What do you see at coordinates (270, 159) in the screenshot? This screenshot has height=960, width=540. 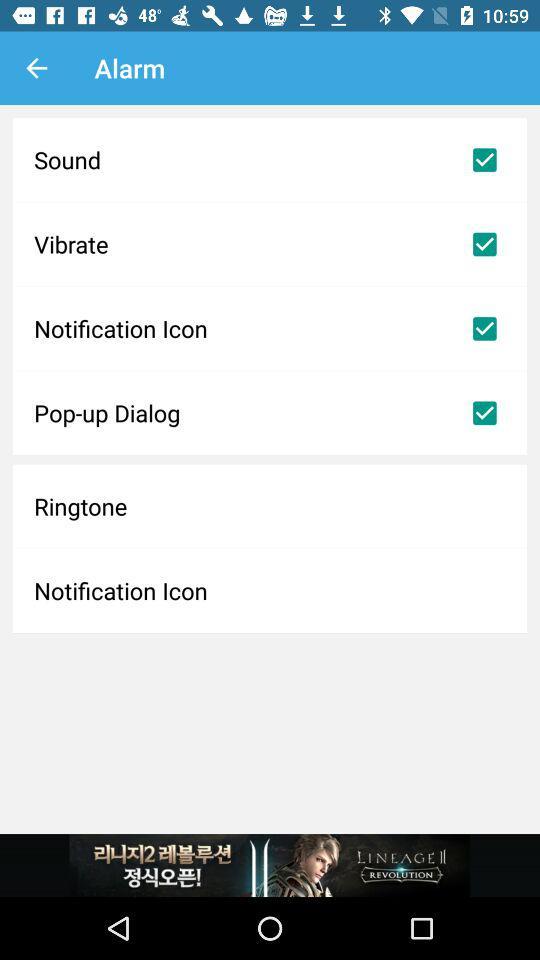 I see `sound icon` at bounding box center [270, 159].